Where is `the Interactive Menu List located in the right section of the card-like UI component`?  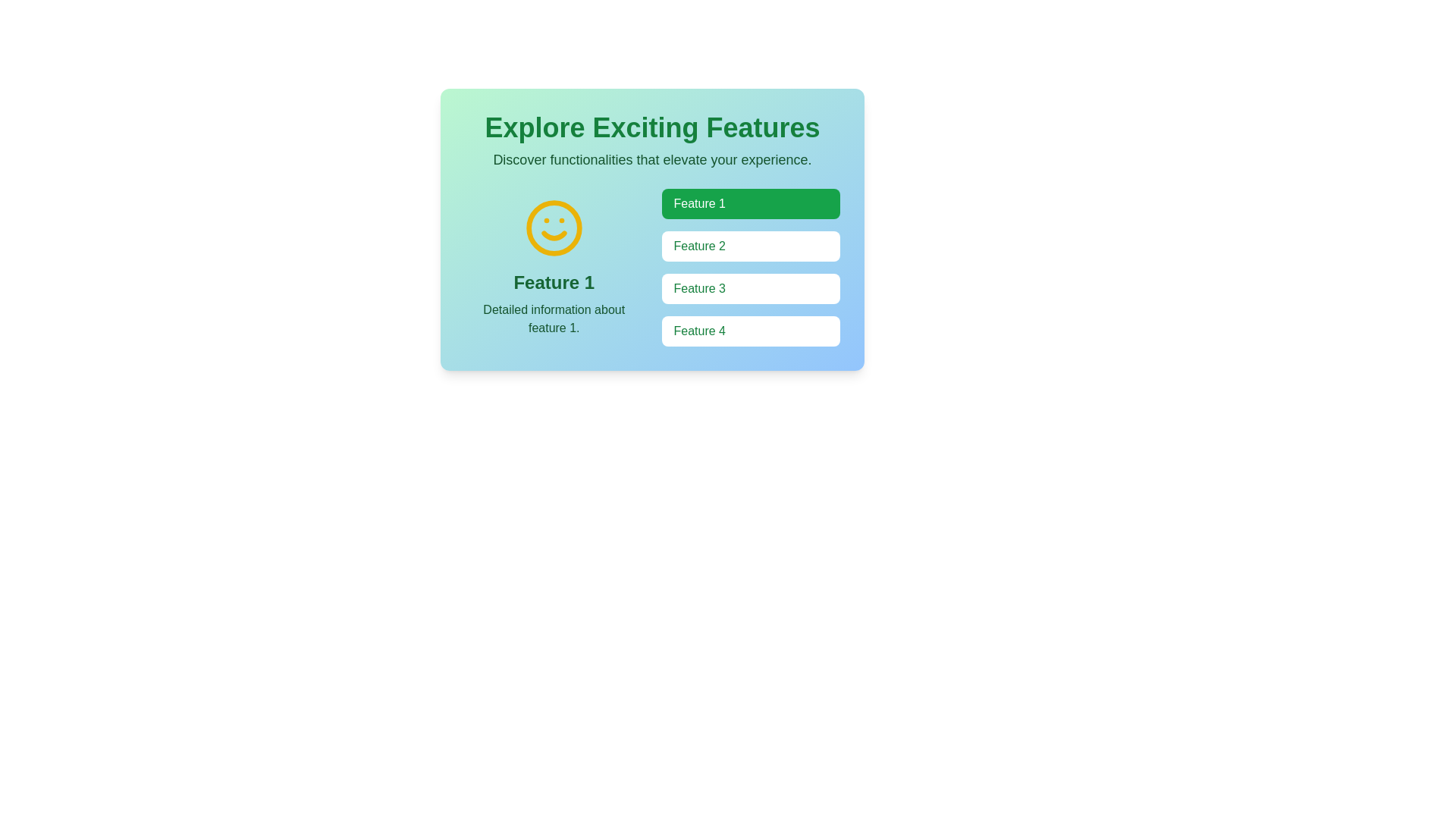
the Interactive Menu List located in the right section of the card-like UI component is located at coordinates (751, 267).